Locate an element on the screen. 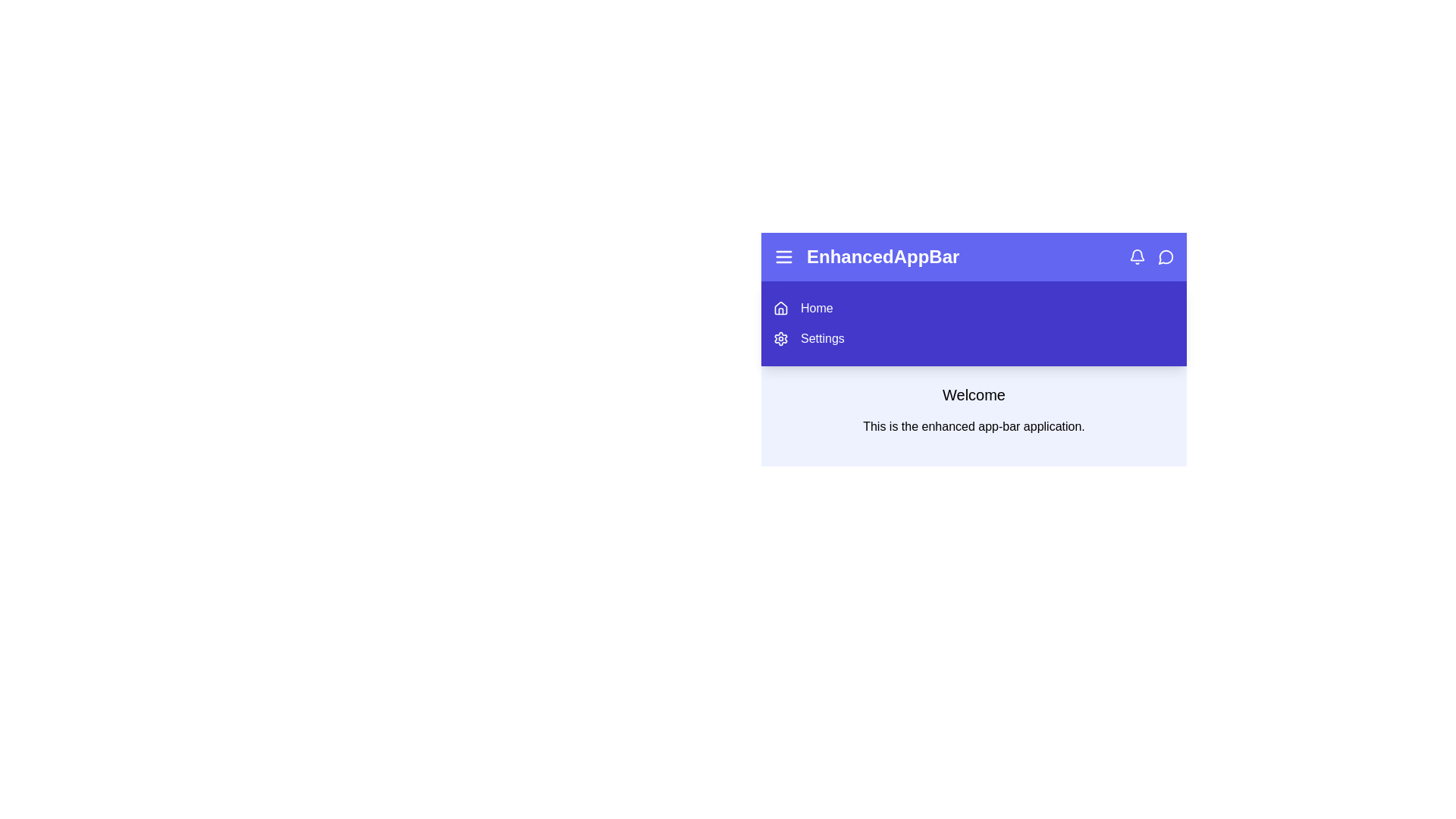 The height and width of the screenshot is (819, 1456). the bell icon to simulate a notification action is located at coordinates (1137, 256).